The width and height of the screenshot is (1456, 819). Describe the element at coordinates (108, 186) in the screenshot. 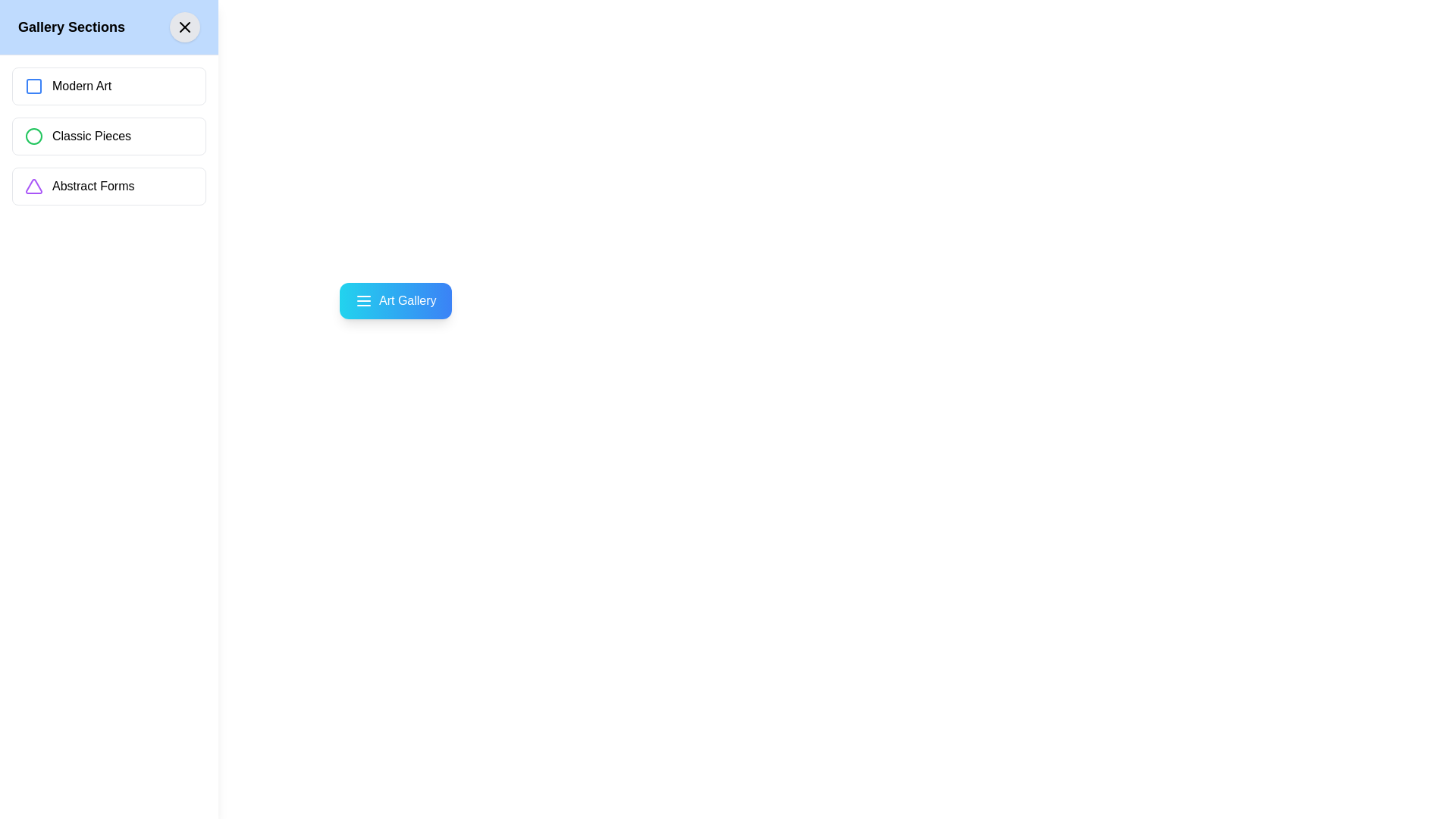

I see `the gallery section Abstract Forms by clicking on its respective button` at that location.